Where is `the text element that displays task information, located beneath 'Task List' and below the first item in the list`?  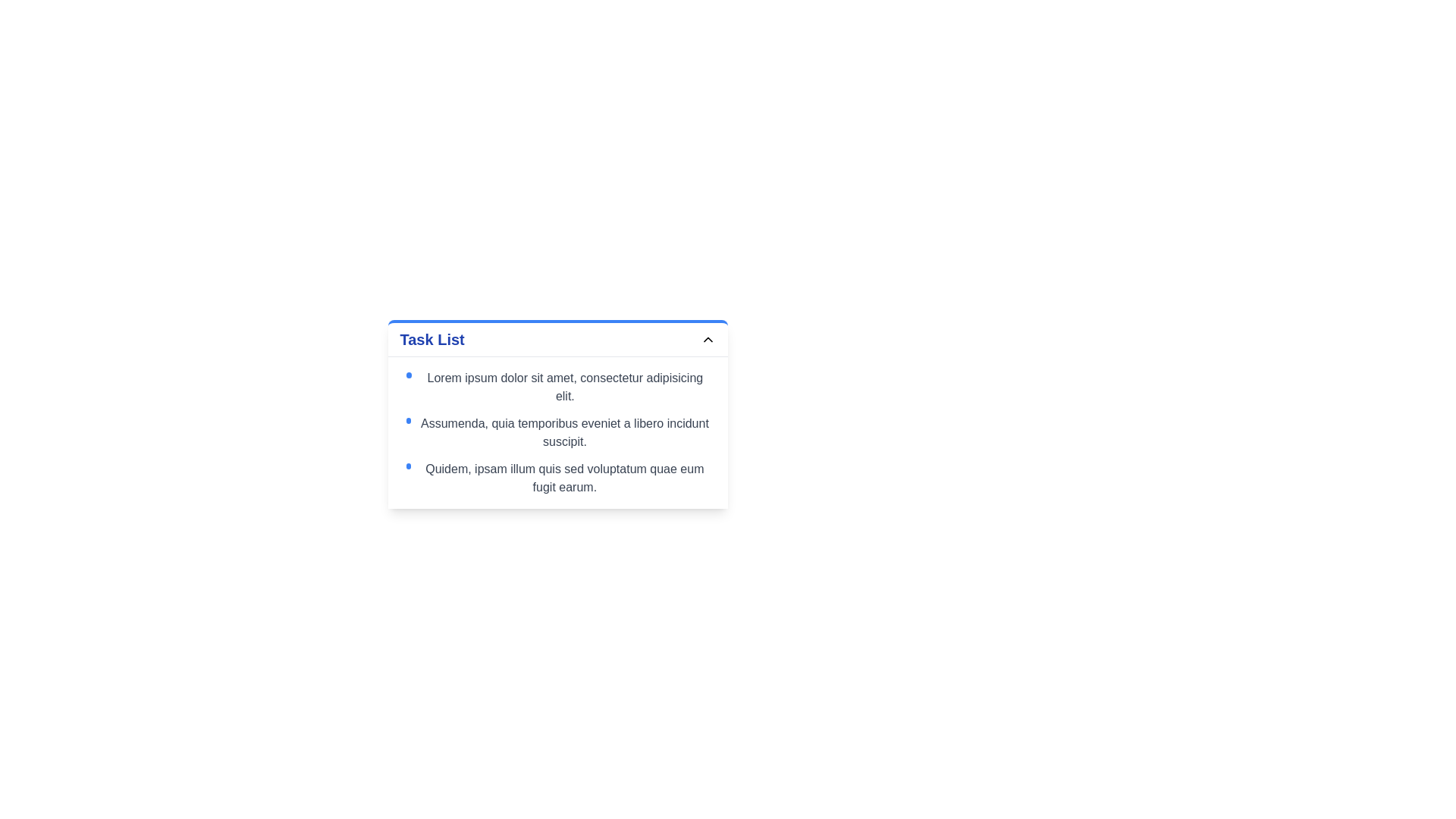
the text element that displays task information, located beneath 'Task List' and below the first item in the list is located at coordinates (557, 432).